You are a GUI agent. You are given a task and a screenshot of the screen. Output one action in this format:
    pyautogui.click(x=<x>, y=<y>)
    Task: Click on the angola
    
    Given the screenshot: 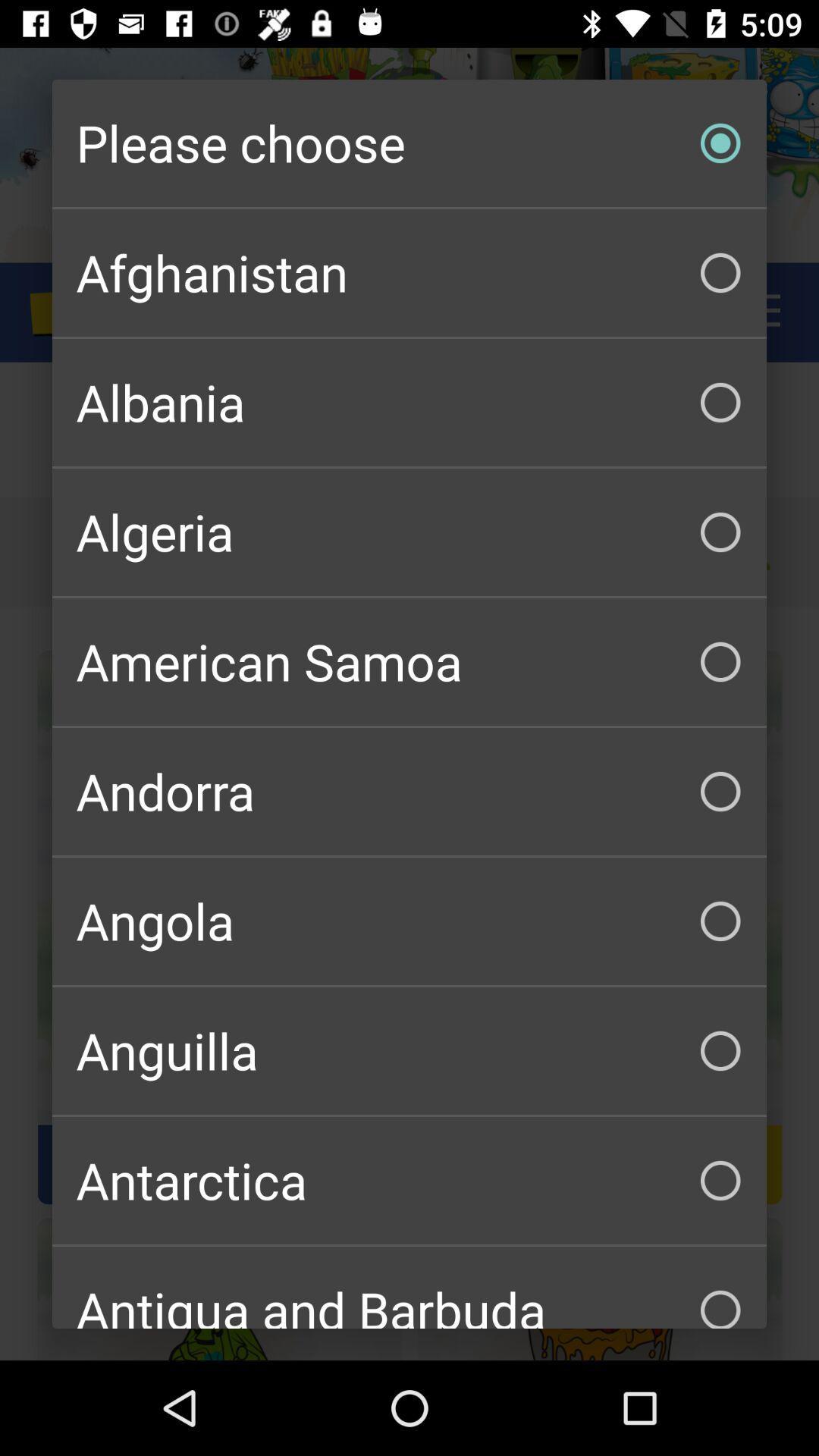 What is the action you would take?
    pyautogui.click(x=409, y=920)
    